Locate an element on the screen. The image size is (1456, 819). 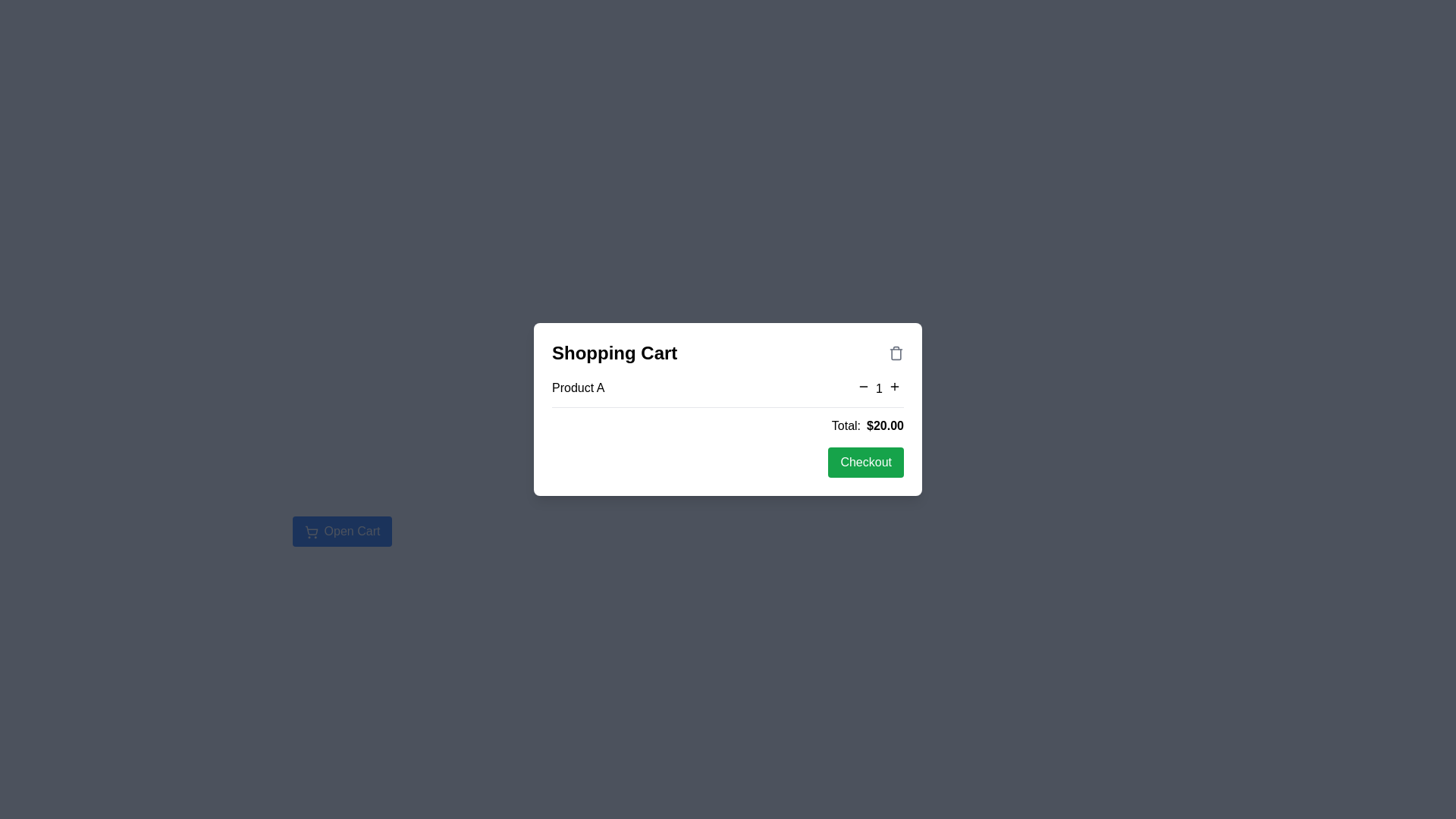
the circular button with a plus symbol located on the right side of the product quantity indicator in the shopping cart interface is located at coordinates (895, 385).